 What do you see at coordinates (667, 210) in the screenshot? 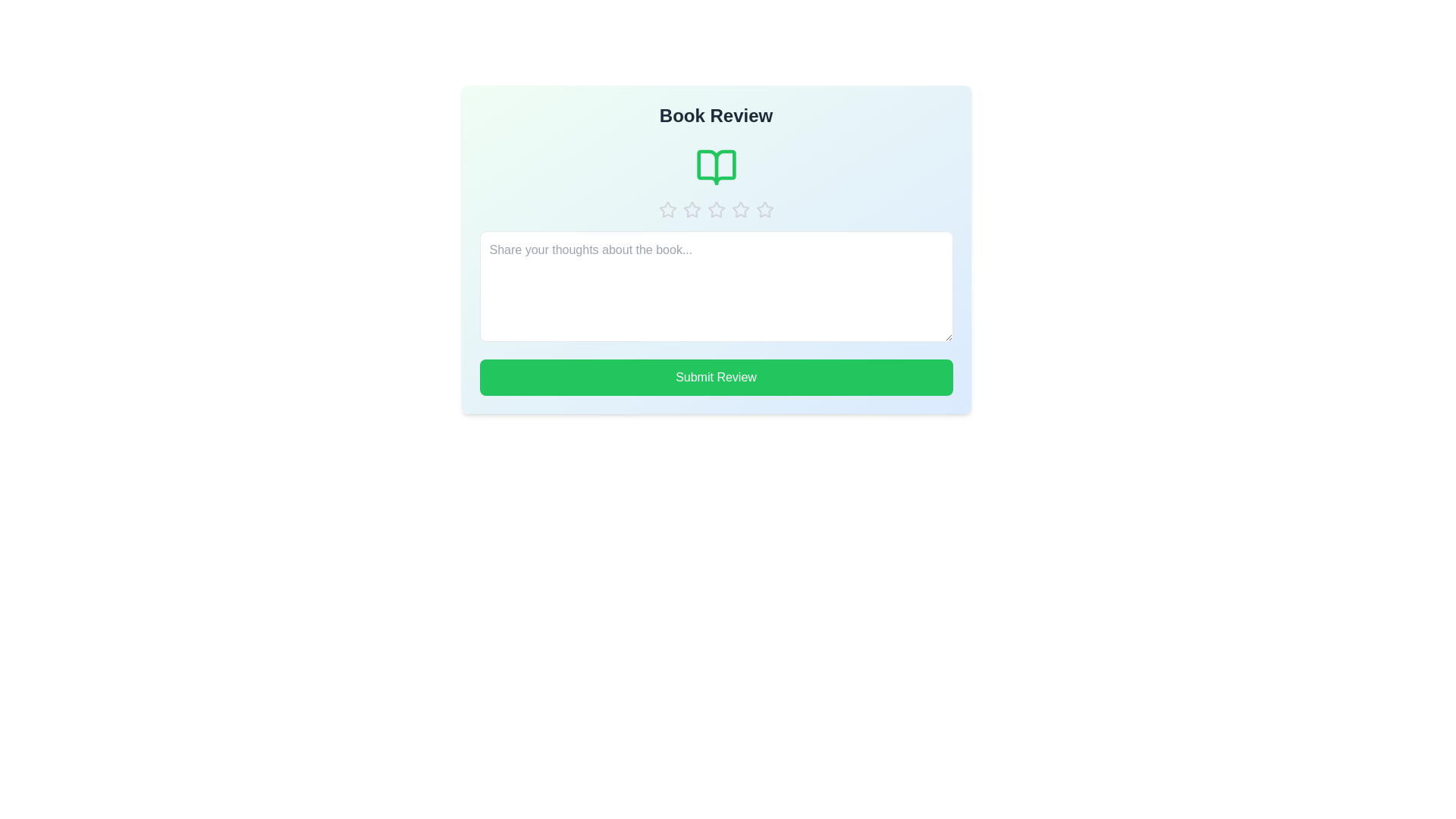
I see `the star corresponding to 1 to preview the rating` at bounding box center [667, 210].